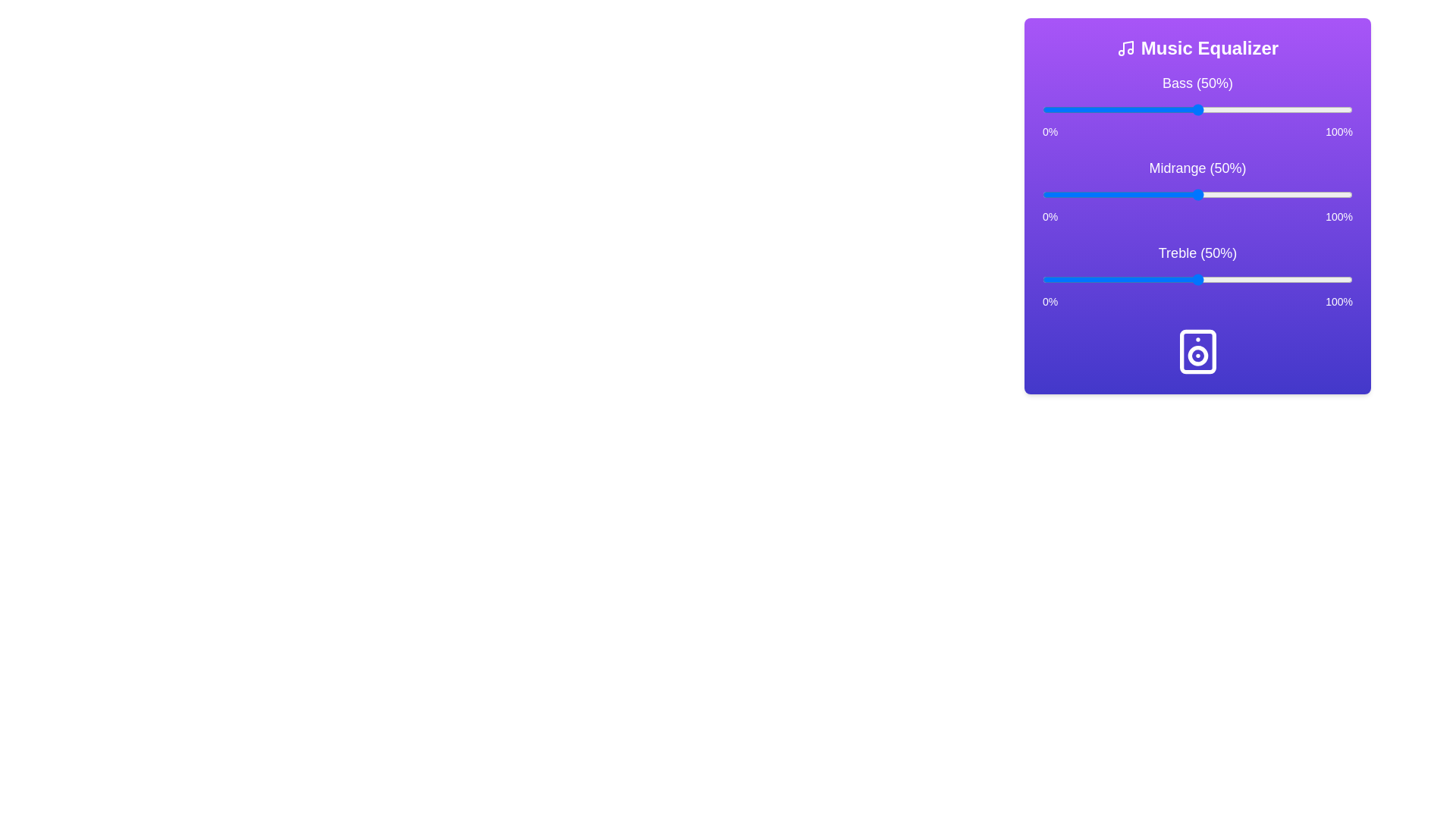 This screenshot has height=819, width=1456. I want to click on the bass slider to 83%, so click(1299, 109).